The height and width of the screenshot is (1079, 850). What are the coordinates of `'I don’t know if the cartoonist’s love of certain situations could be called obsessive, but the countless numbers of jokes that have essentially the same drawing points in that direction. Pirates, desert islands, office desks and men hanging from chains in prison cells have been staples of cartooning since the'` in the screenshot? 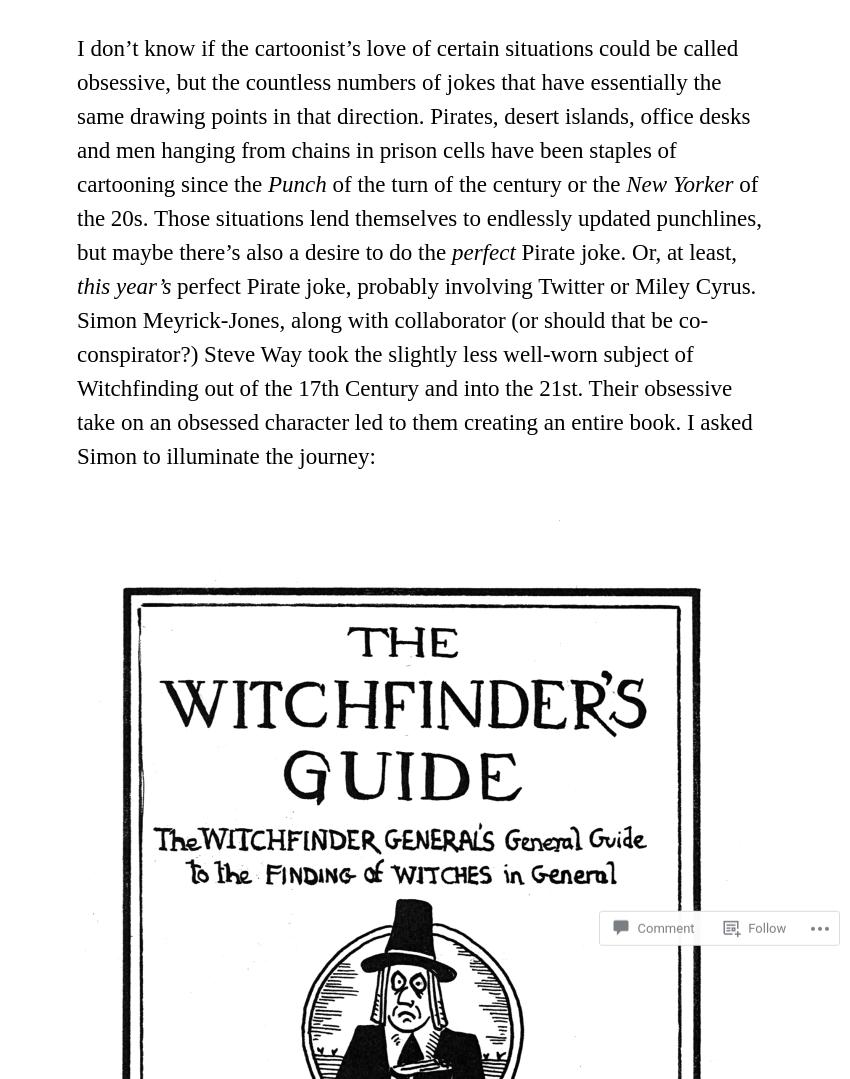 It's located at (413, 115).